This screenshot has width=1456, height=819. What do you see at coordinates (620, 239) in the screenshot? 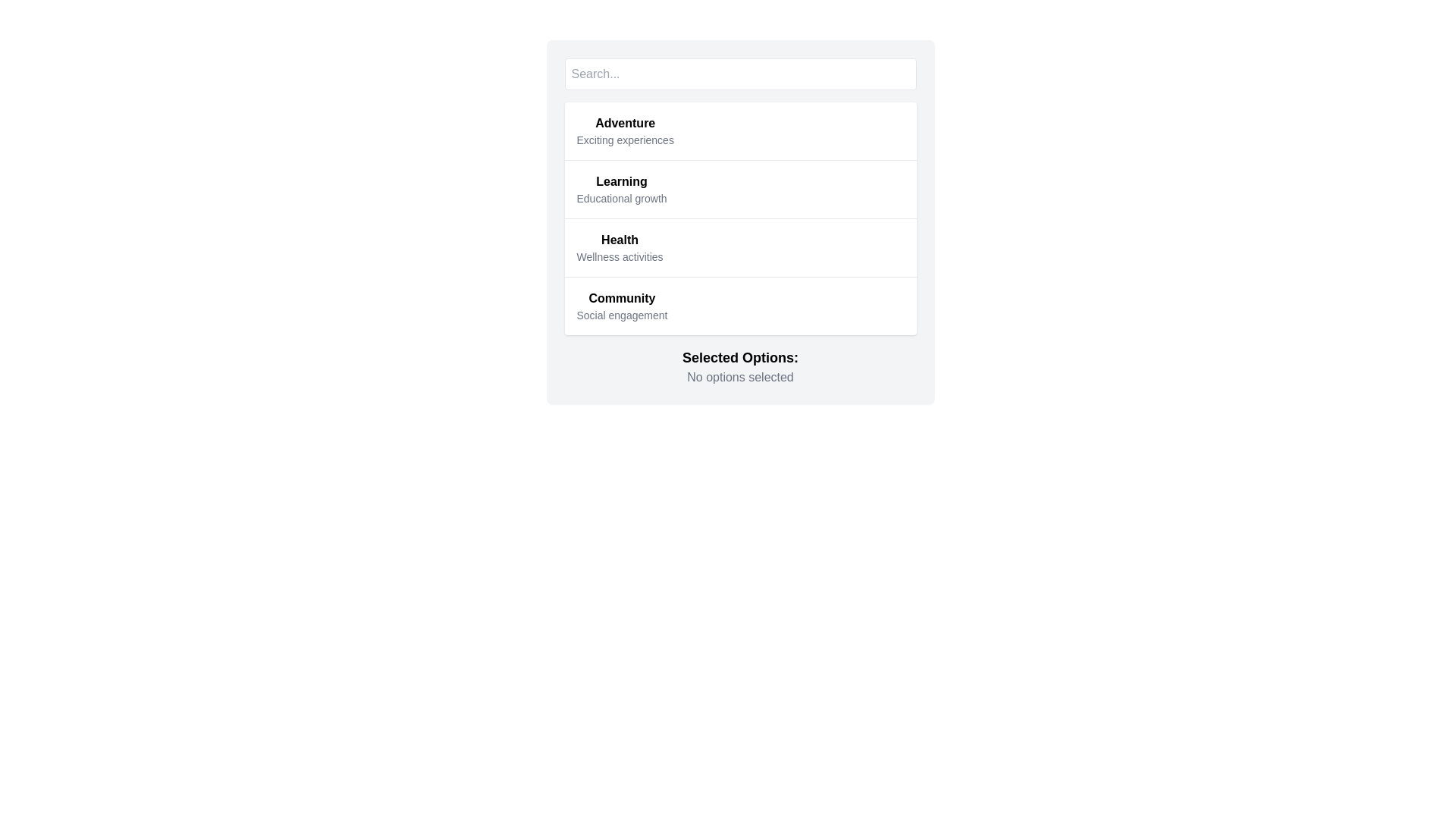
I see `the bold 'Health' label text element located in the third card of a vertical list within a light-colored interface` at bounding box center [620, 239].